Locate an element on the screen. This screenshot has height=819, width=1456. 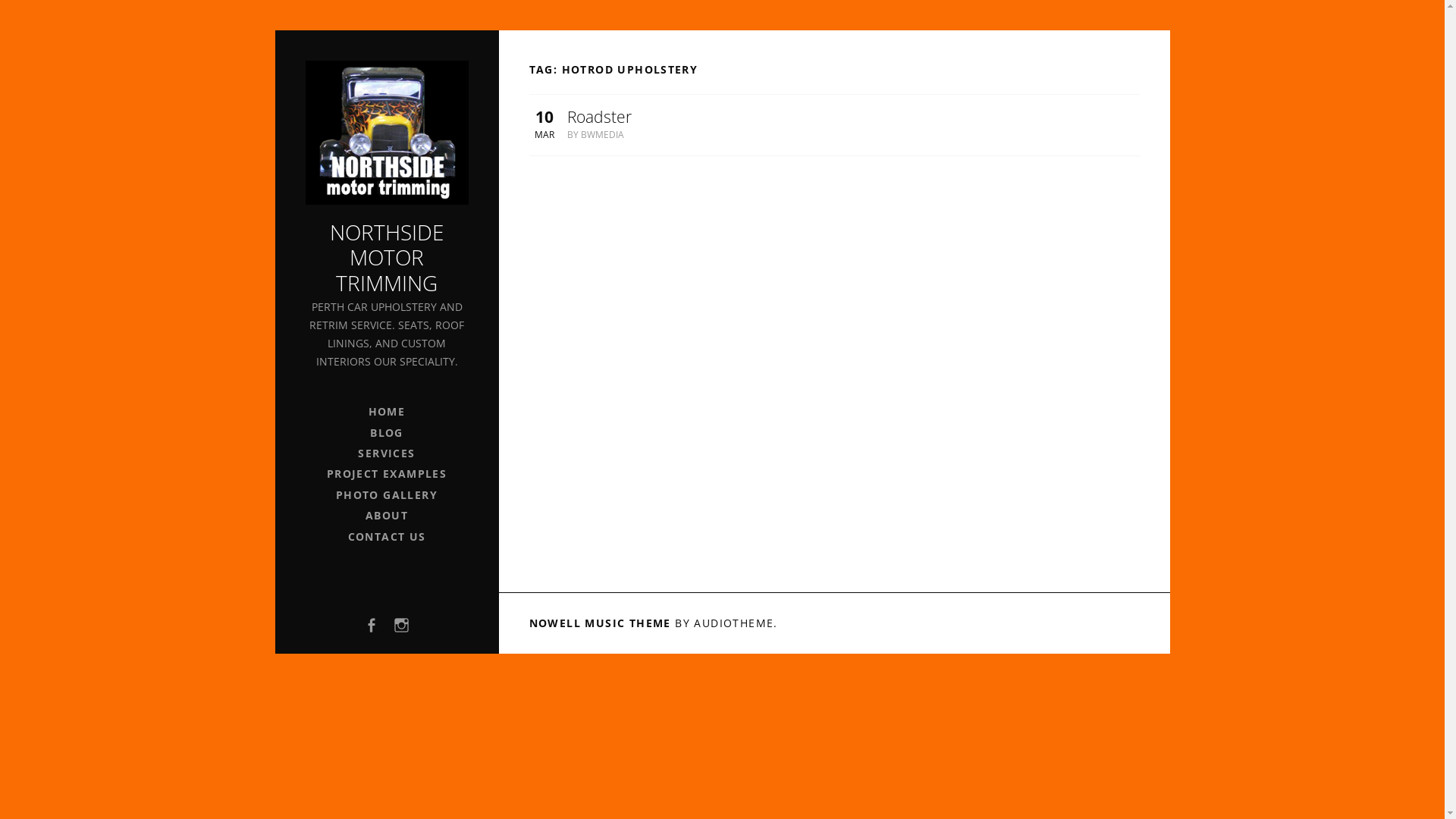
'SERVICES' is located at coordinates (386, 452).